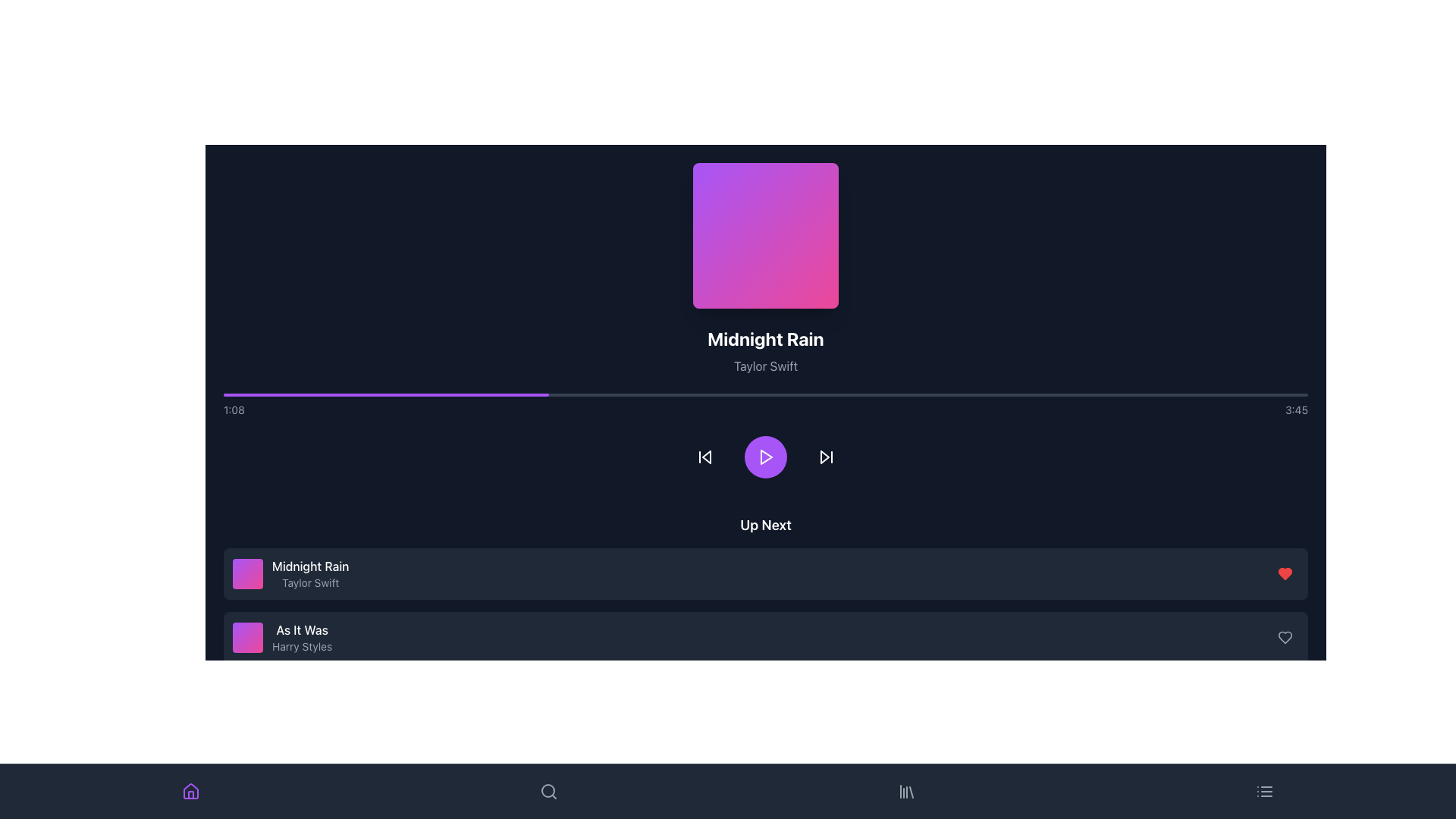  Describe the element at coordinates (302, 629) in the screenshot. I see `the text label that represents the title of a song in the 'Up Next' section of the music playlist, located below 'Midnight Rain' by Taylor Swift` at that location.